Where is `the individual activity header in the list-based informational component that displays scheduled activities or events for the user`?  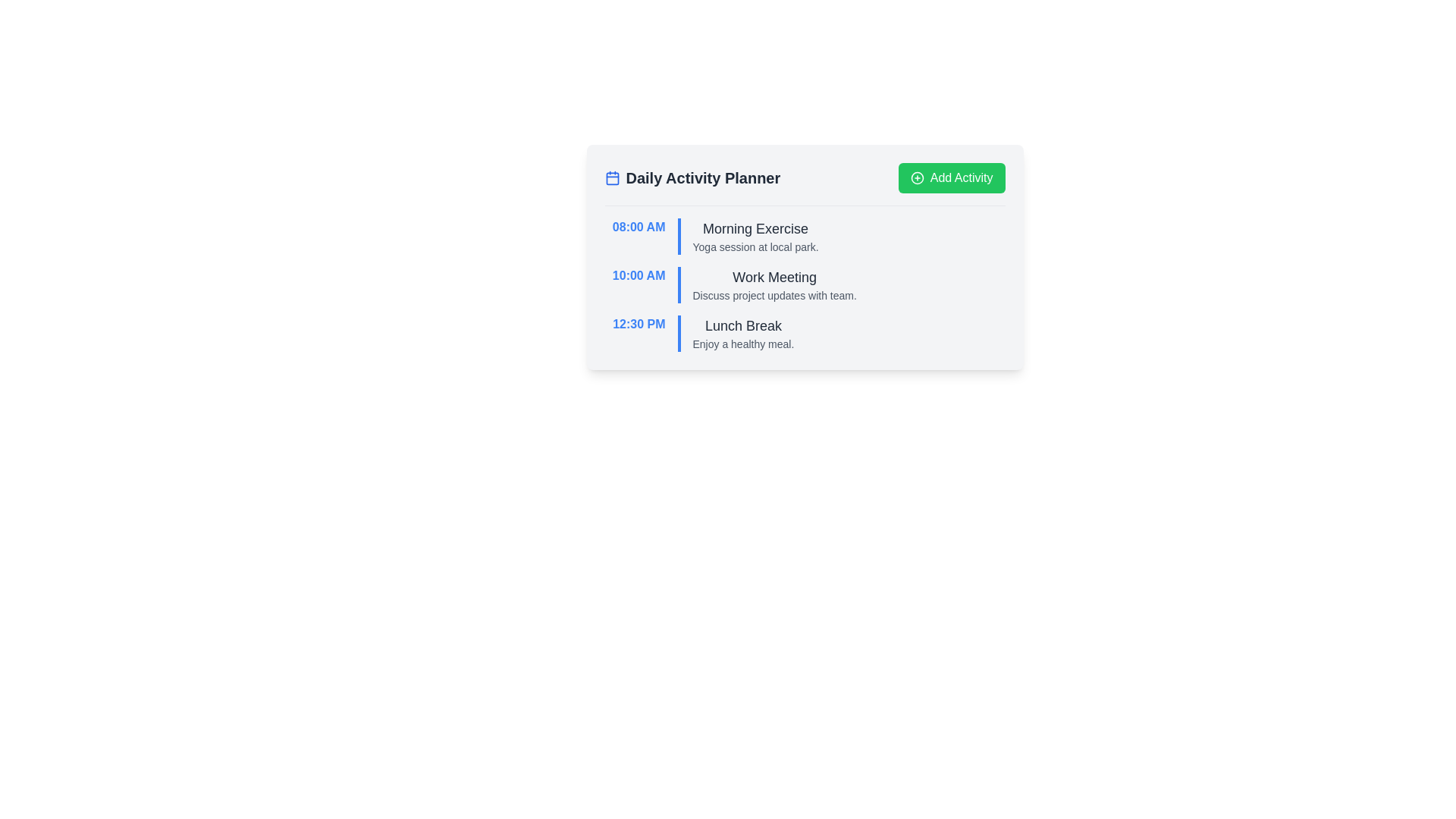
the individual activity header in the list-based informational component that displays scheduled activities or events for the user is located at coordinates (804, 284).